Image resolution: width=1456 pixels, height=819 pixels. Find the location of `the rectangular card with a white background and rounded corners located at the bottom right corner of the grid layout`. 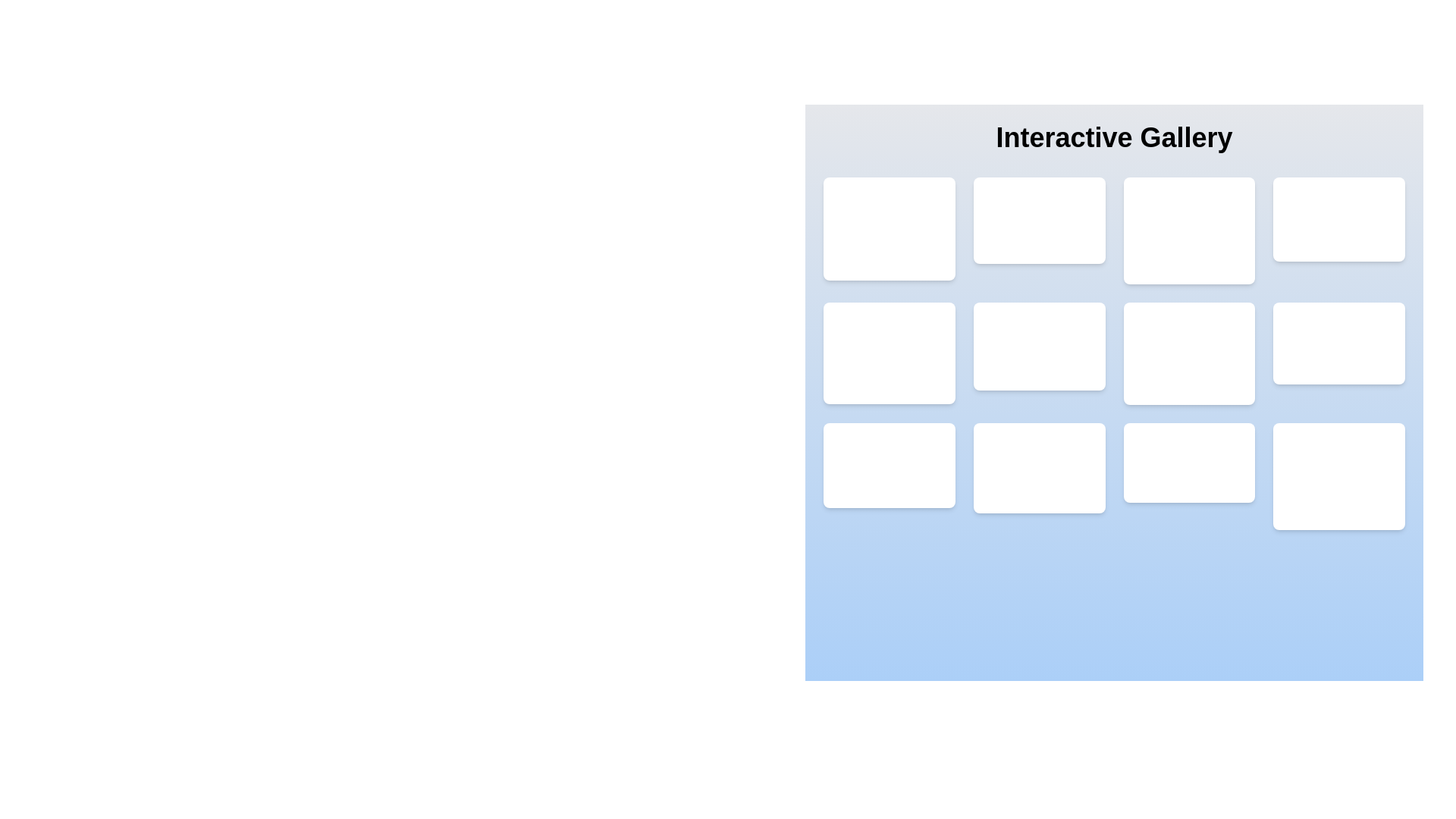

the rectangular card with a white background and rounded corners located at the bottom right corner of the grid layout is located at coordinates (1339, 475).